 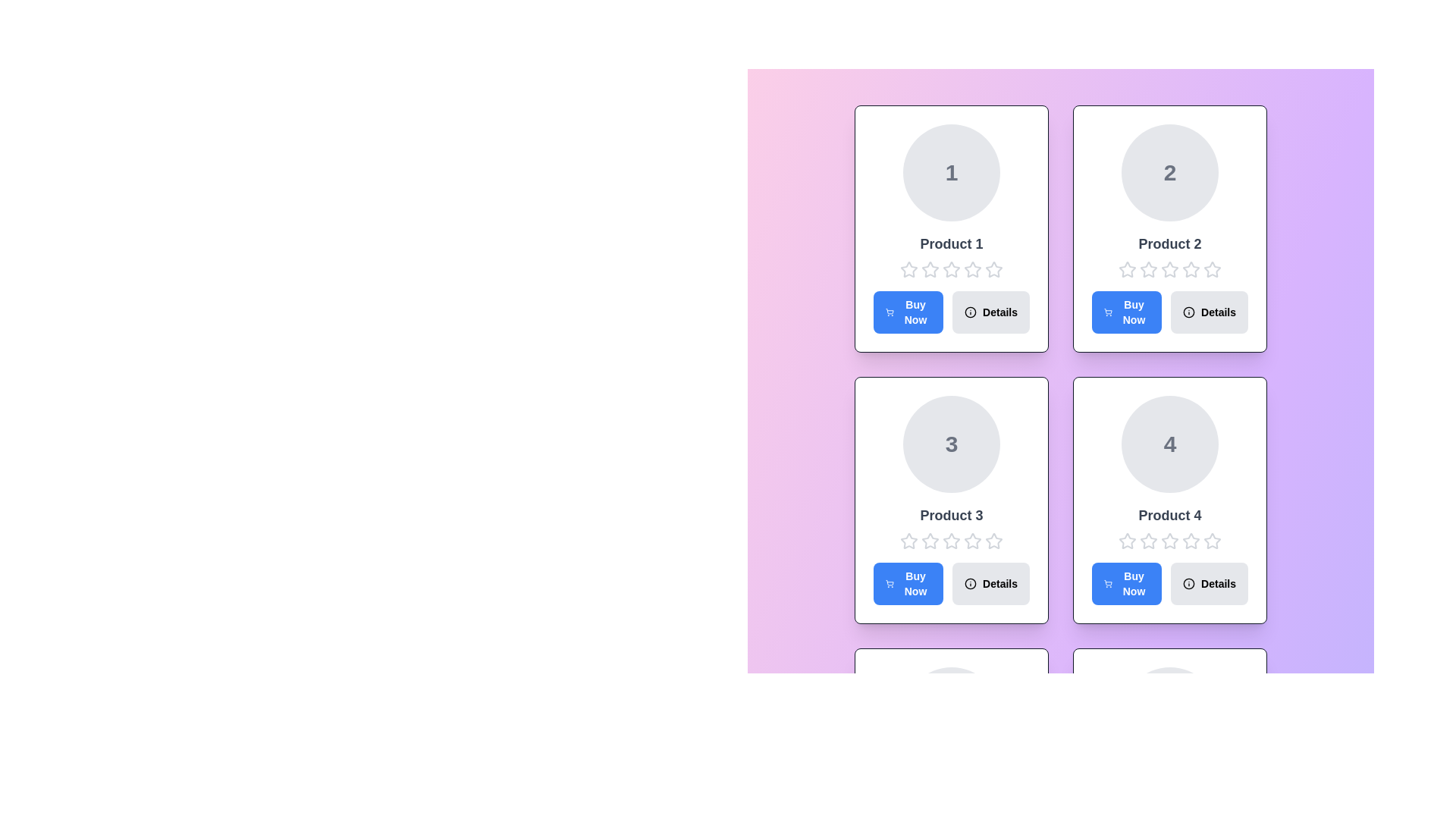 I want to click on the rating for a product to 5 stars, so click(x=993, y=268).